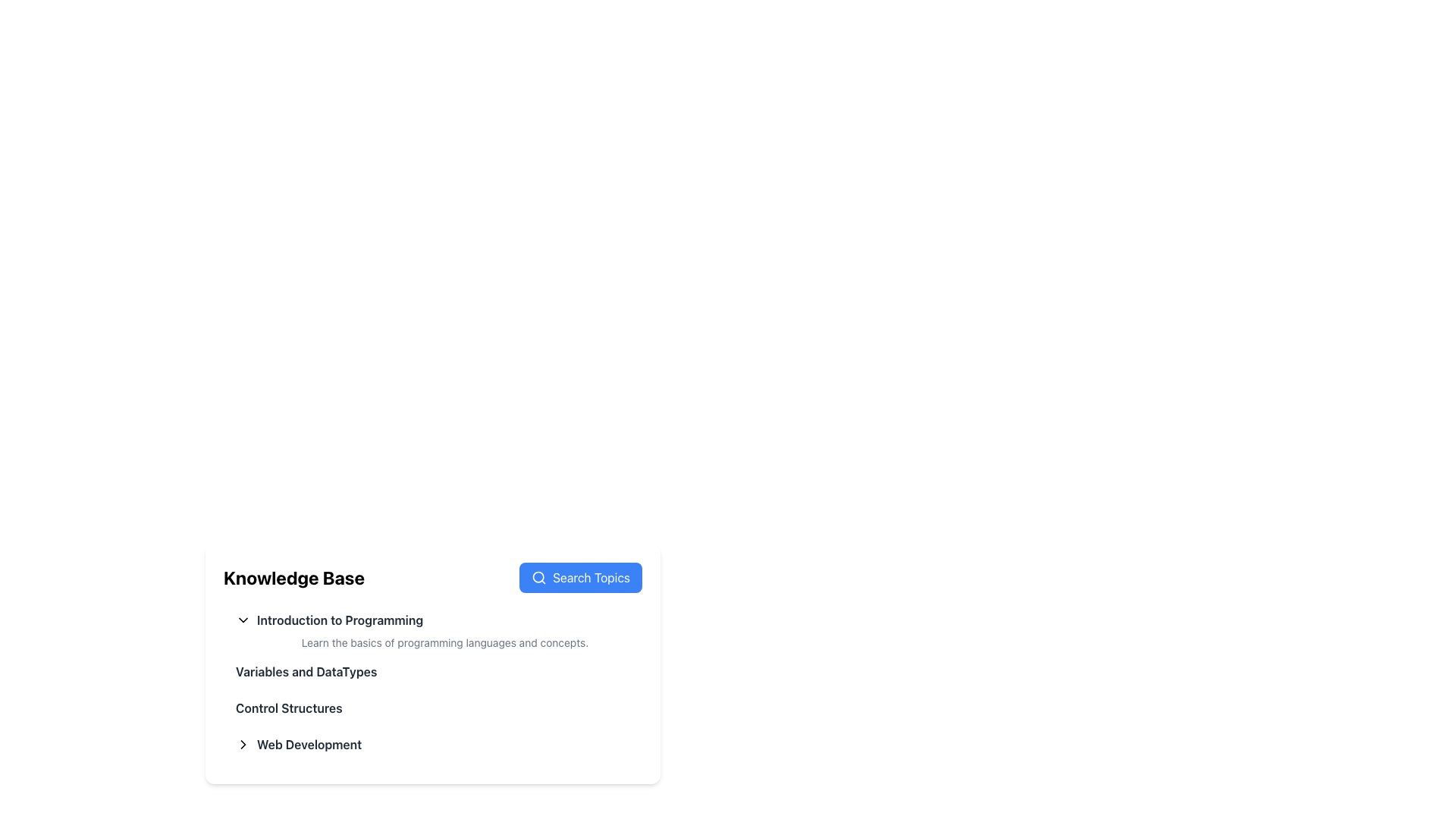  I want to click on the collapsible menu button for 'Introduction to Programming' located under the 'Knowledge Base' section to trigger the hover effect, so click(328, 620).